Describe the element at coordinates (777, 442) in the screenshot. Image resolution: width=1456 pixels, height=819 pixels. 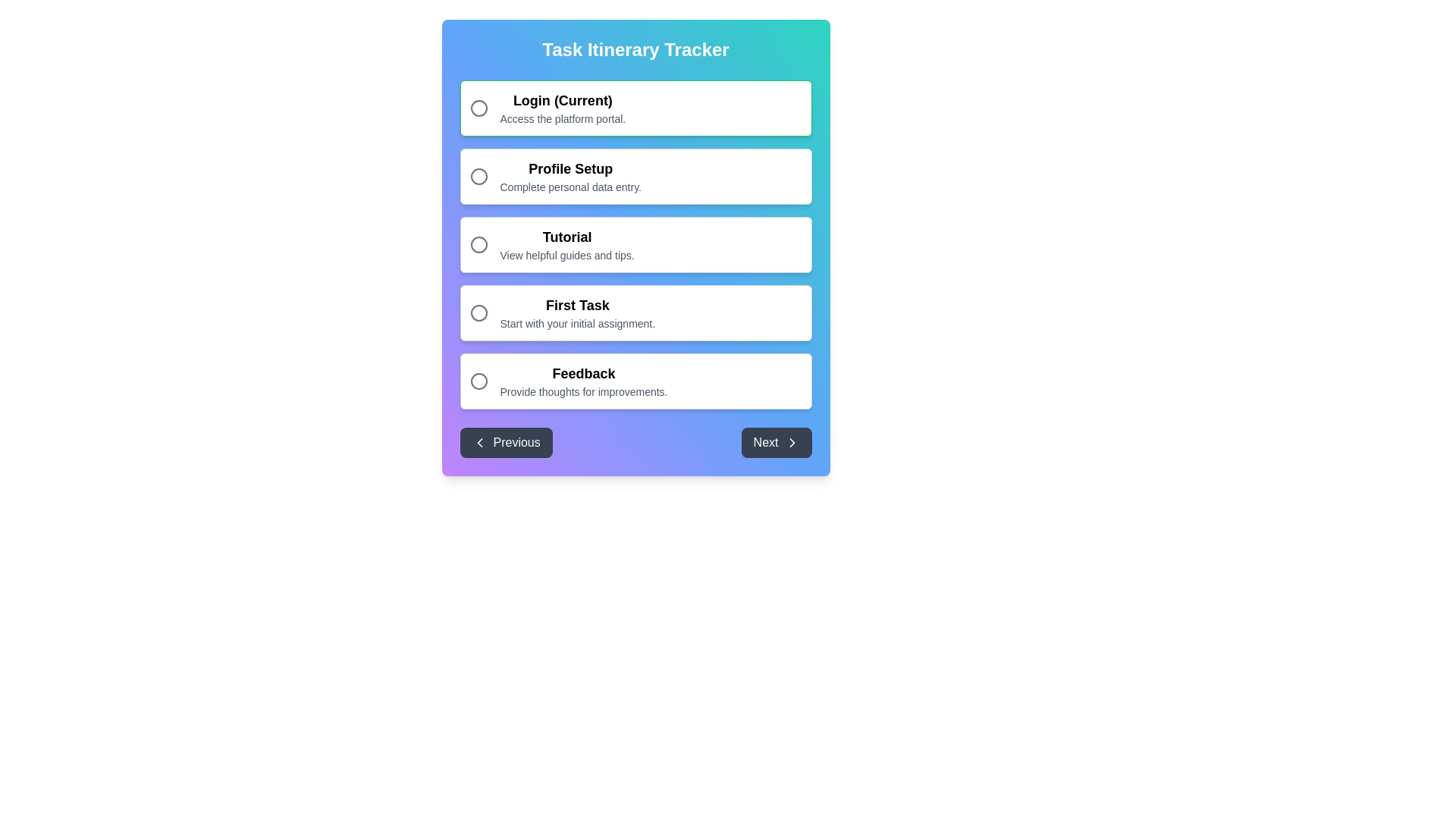
I see `the dark gray 'Next' button with rounded corners, labeled in white font, to proceed to the next step` at that location.